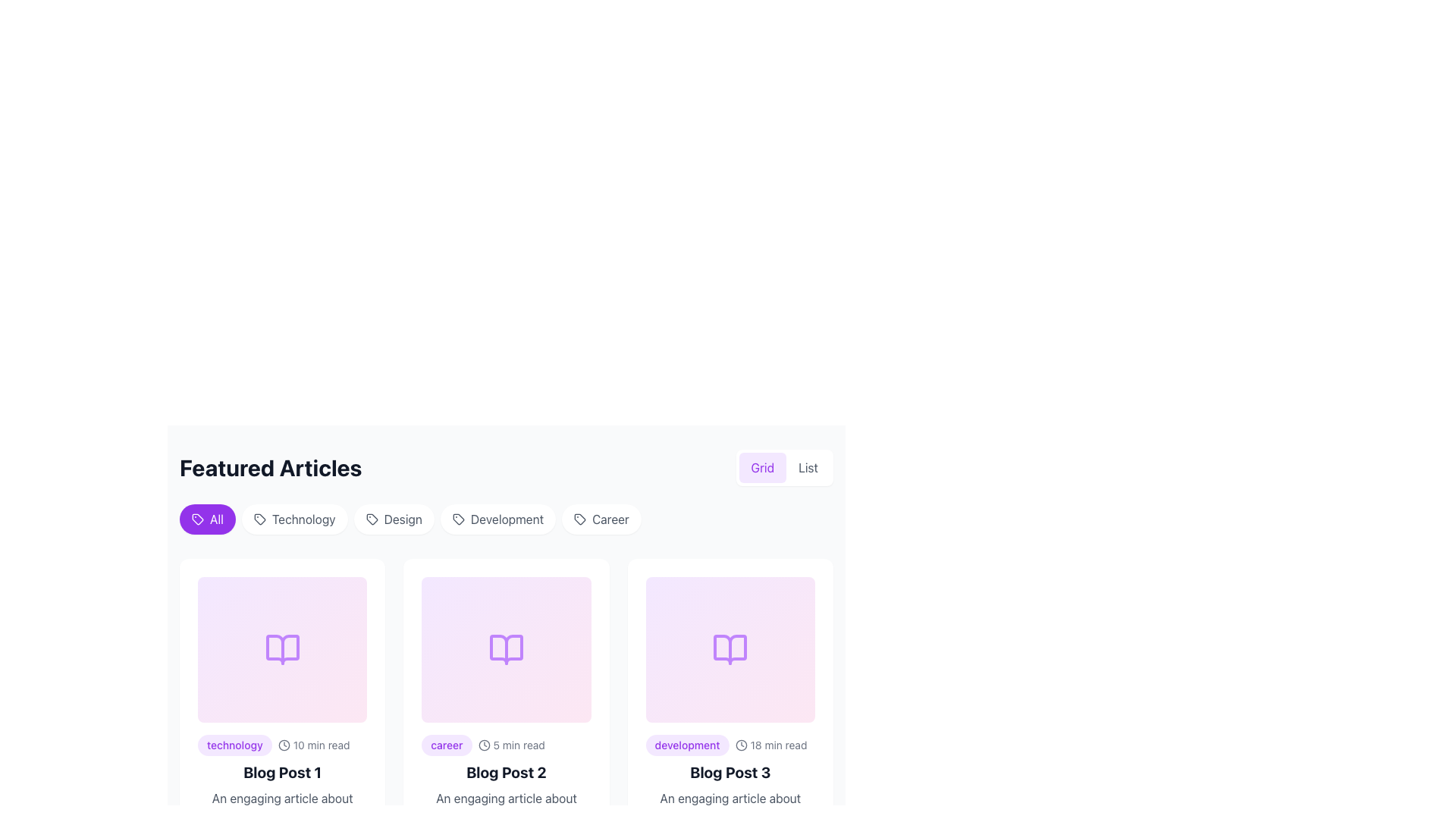  I want to click on the icon representing the first featured article, which is located within a gradient-filled, rounded square section above the text 'Blog Post 1', so click(282, 648).